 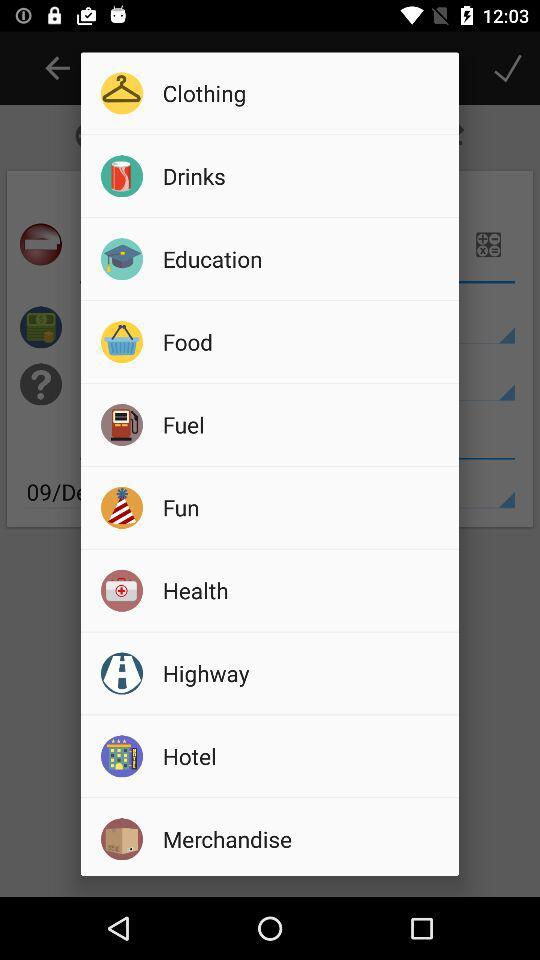 What do you see at coordinates (303, 175) in the screenshot?
I see `the drinks item` at bounding box center [303, 175].